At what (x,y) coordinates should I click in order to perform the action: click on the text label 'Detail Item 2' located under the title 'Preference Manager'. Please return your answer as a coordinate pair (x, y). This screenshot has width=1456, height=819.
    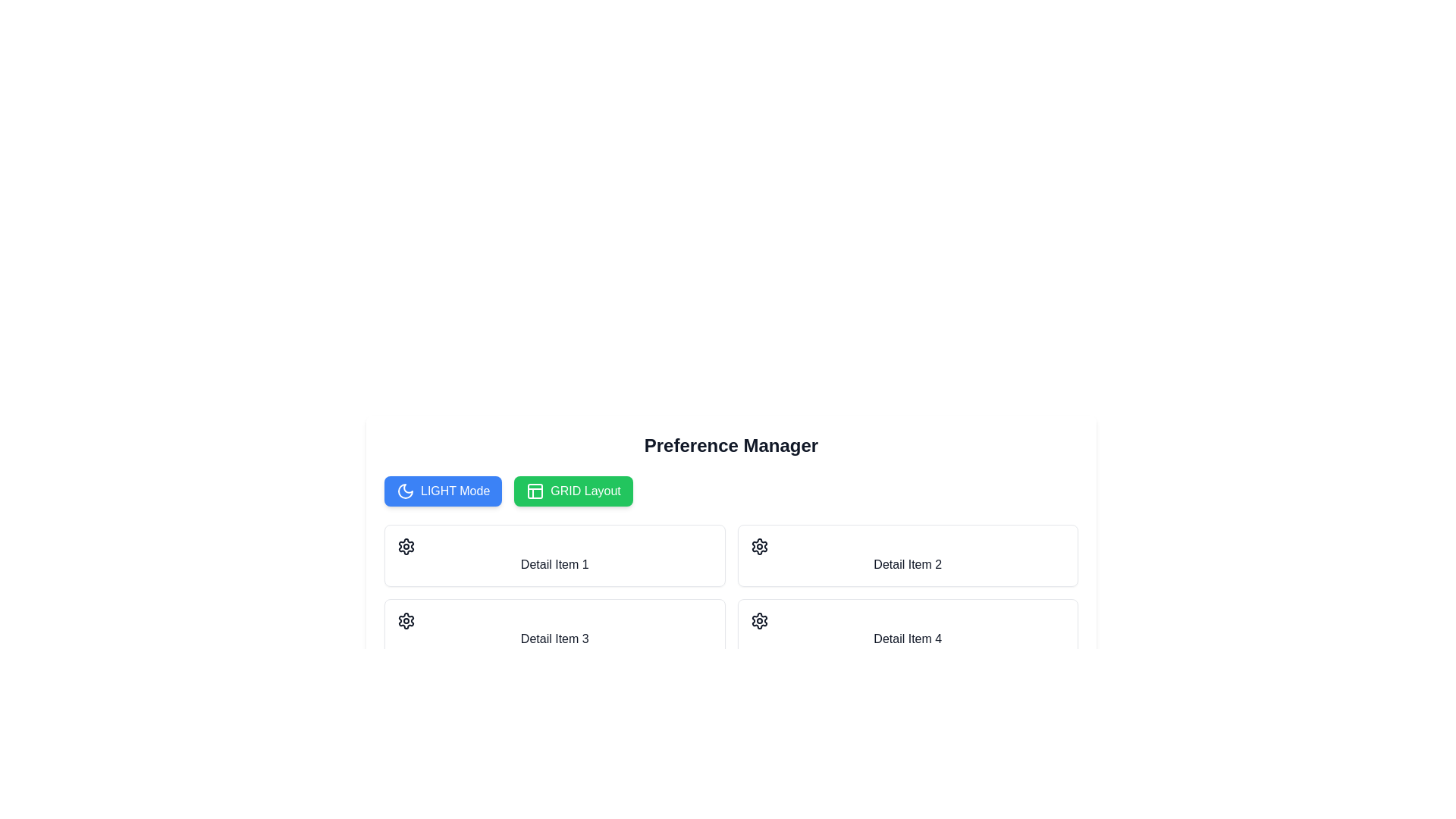
    Looking at the image, I should click on (908, 564).